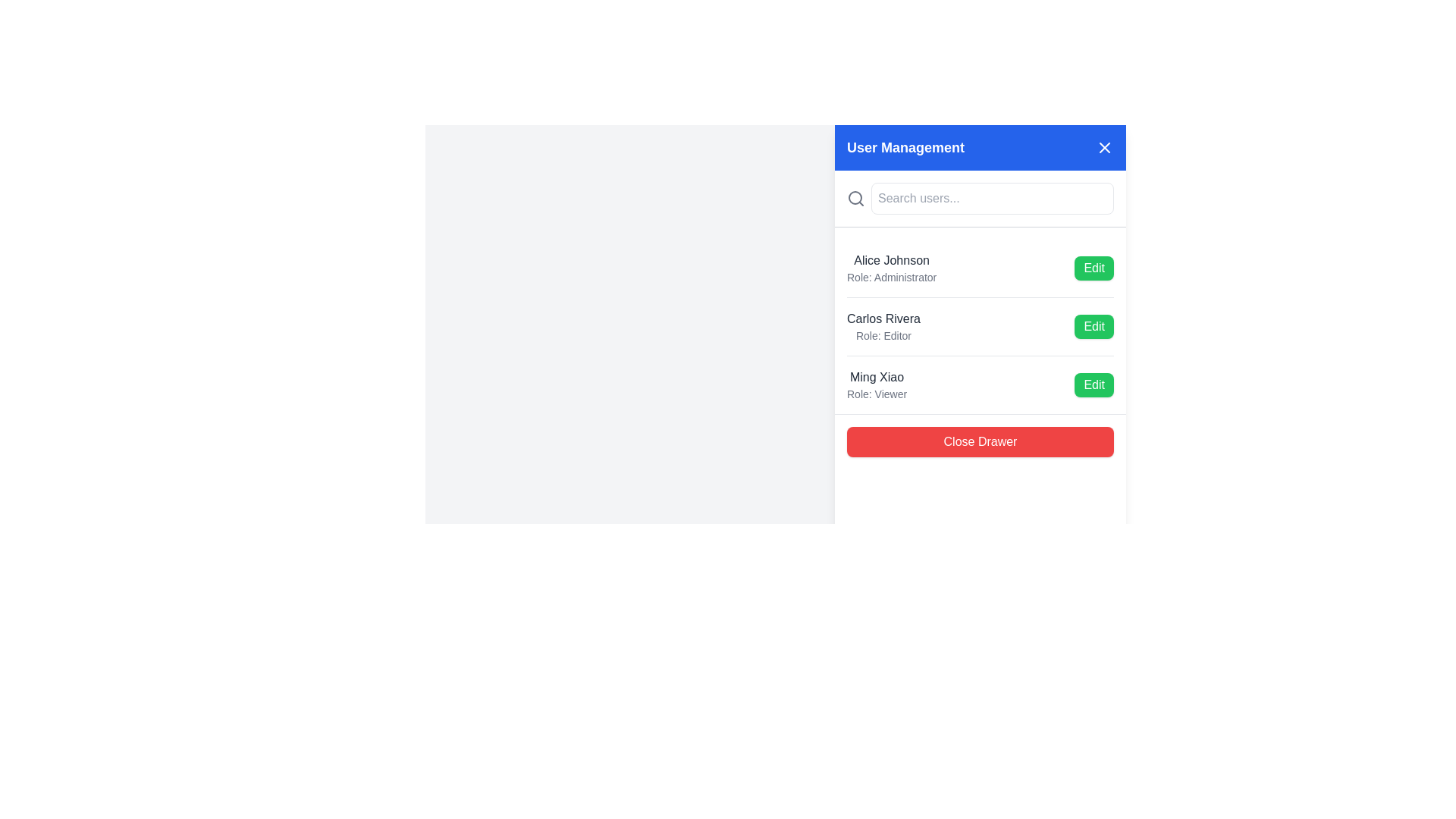 This screenshot has width=1456, height=819. What do you see at coordinates (905, 148) in the screenshot?
I see `the user management section title label located near the center-left of the blue header bar, positioned to the left of the close button` at bounding box center [905, 148].